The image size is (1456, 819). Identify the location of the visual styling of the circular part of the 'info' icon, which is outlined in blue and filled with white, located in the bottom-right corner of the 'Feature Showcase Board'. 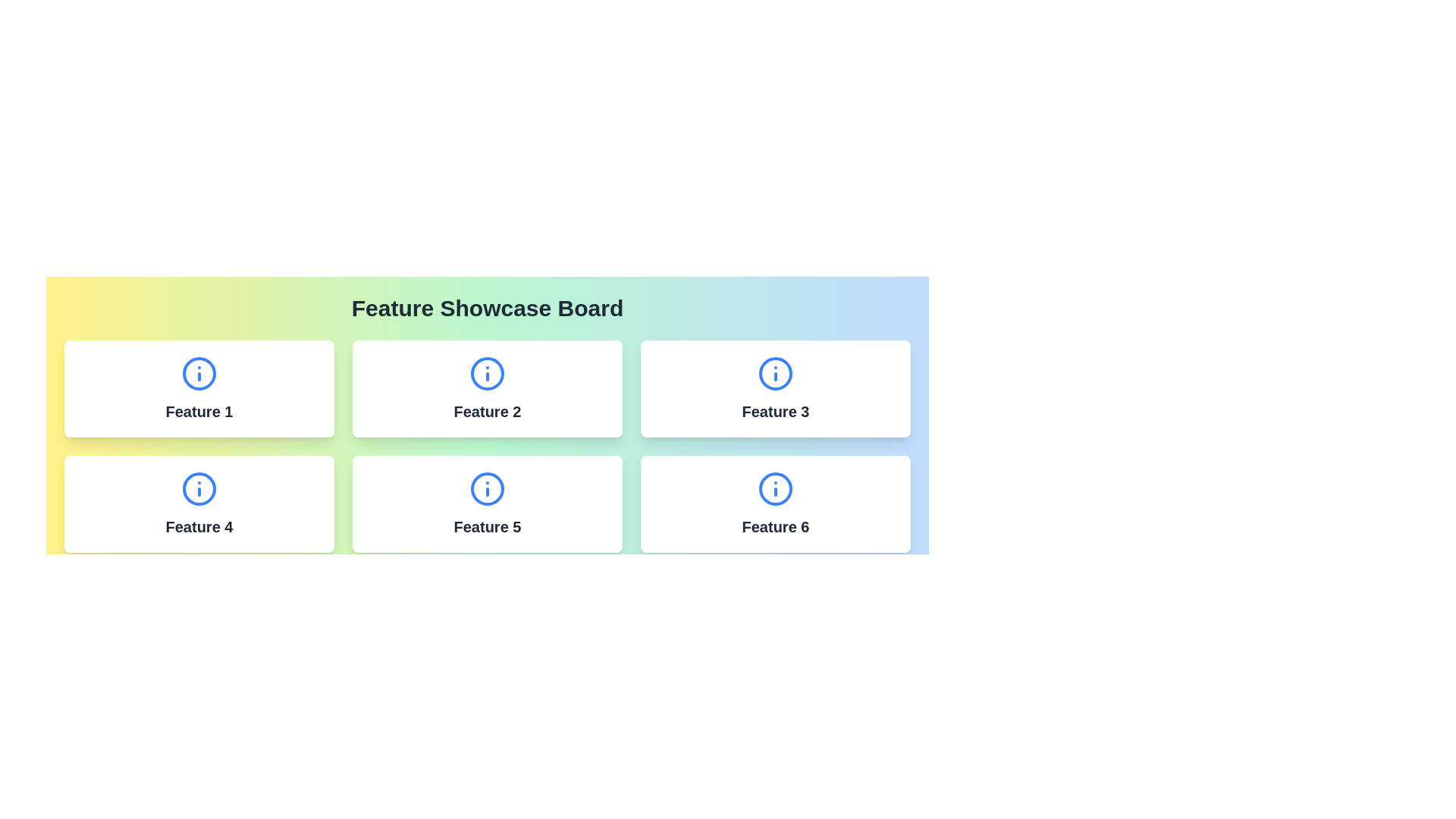
(775, 488).